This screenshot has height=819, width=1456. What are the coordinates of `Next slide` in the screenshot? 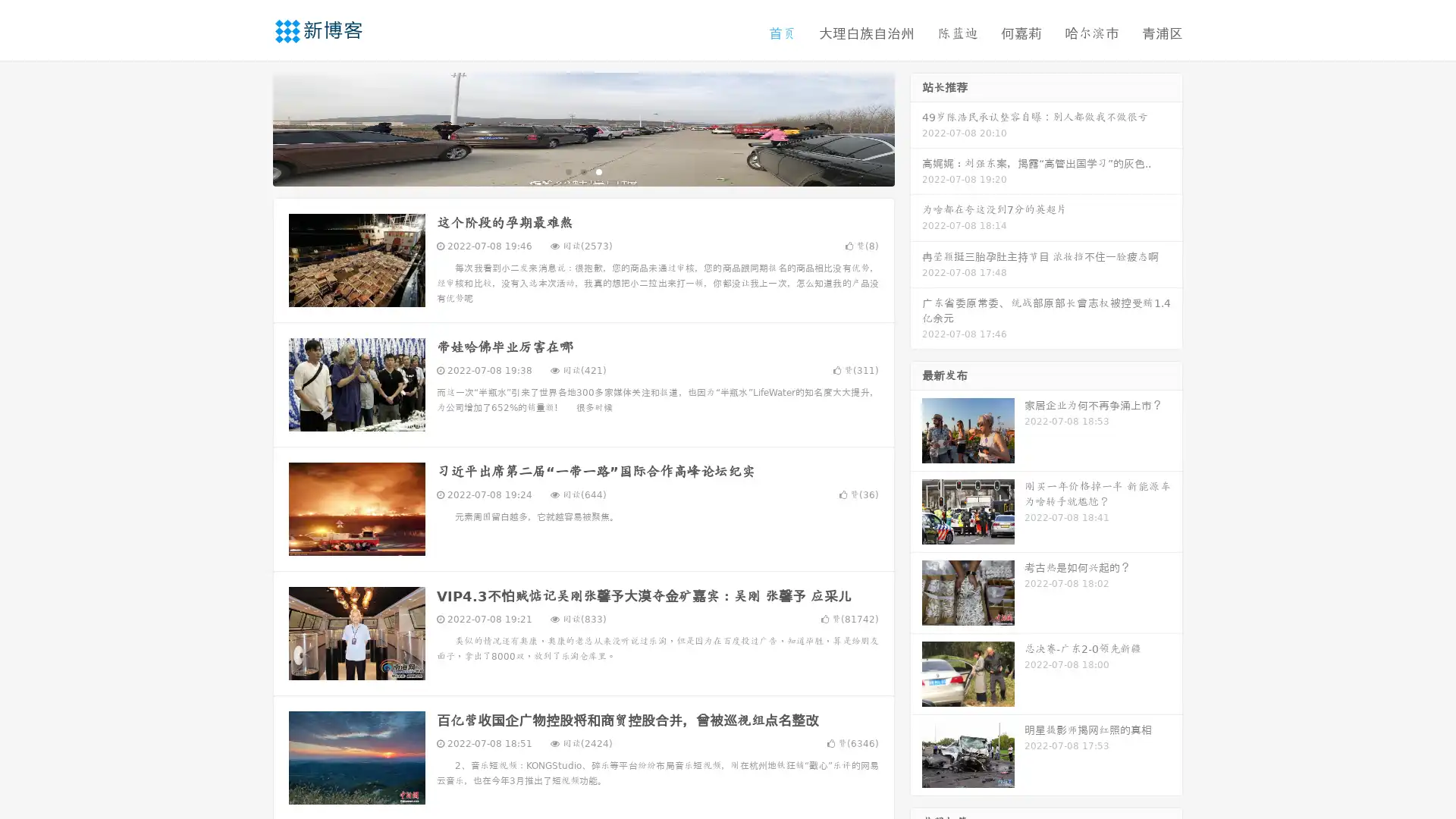 It's located at (916, 127).